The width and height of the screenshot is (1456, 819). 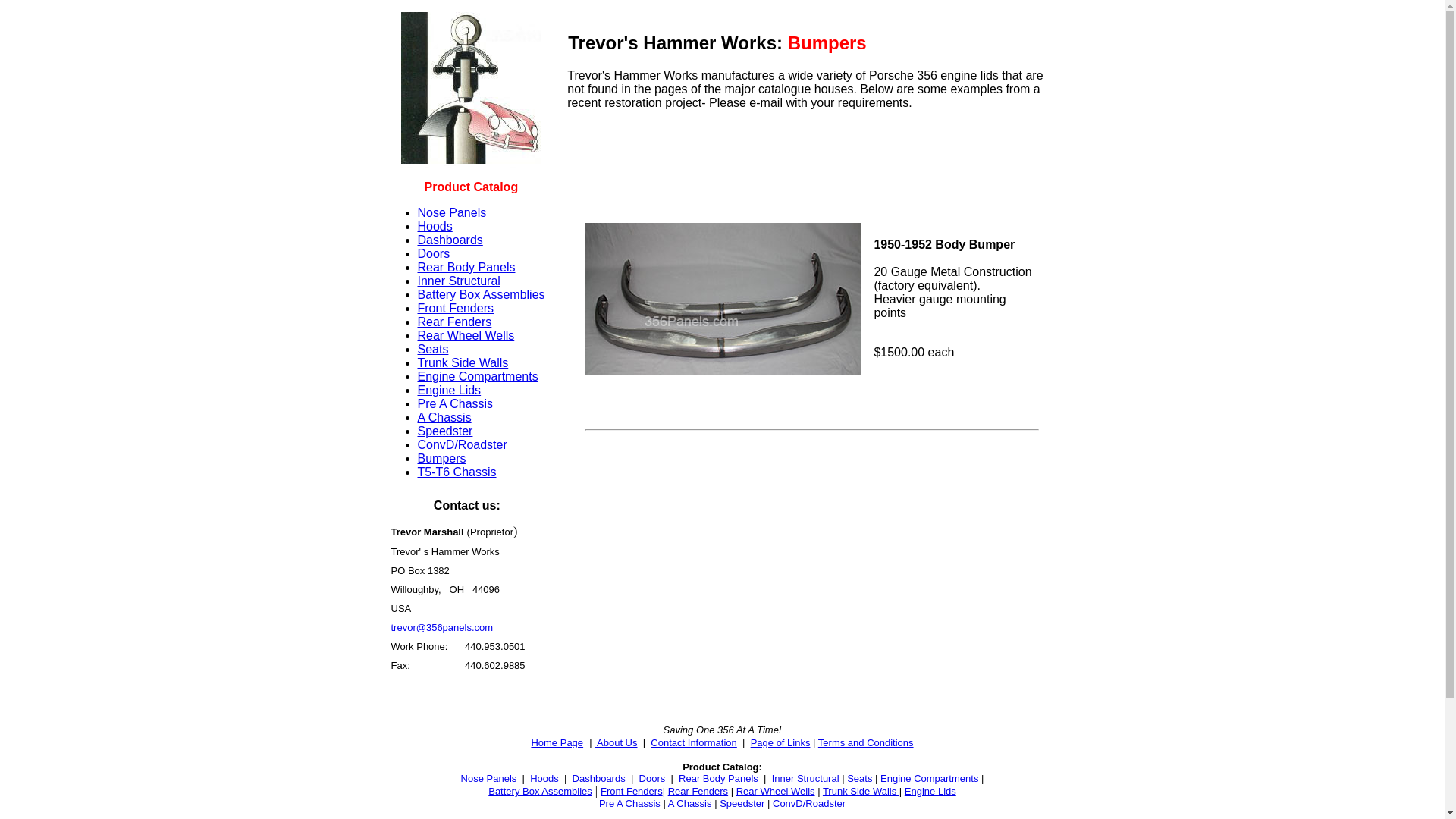 I want to click on 'Seats', so click(x=846, y=778).